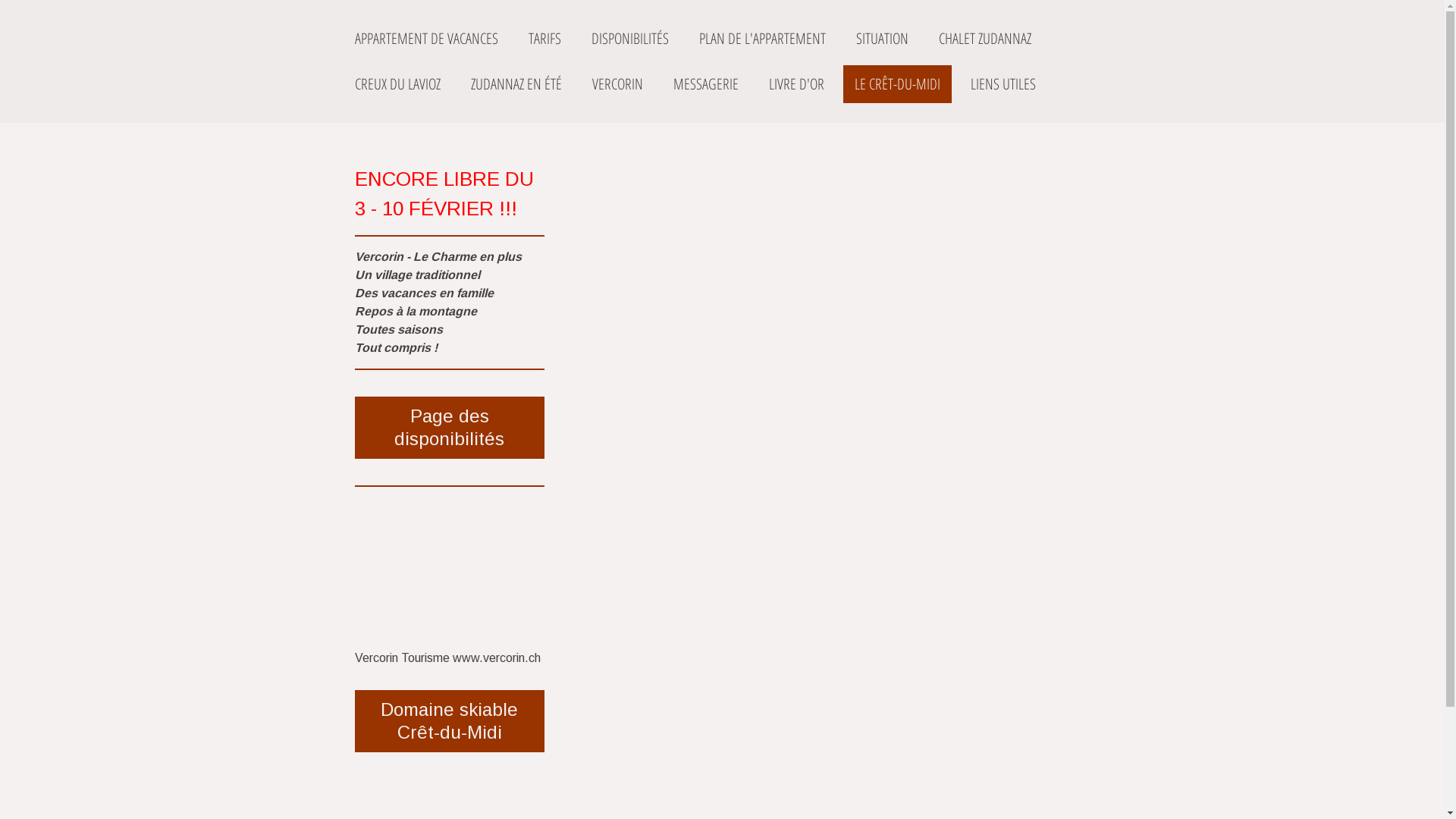  I want to click on 'MESSAGERIE', so click(704, 84).